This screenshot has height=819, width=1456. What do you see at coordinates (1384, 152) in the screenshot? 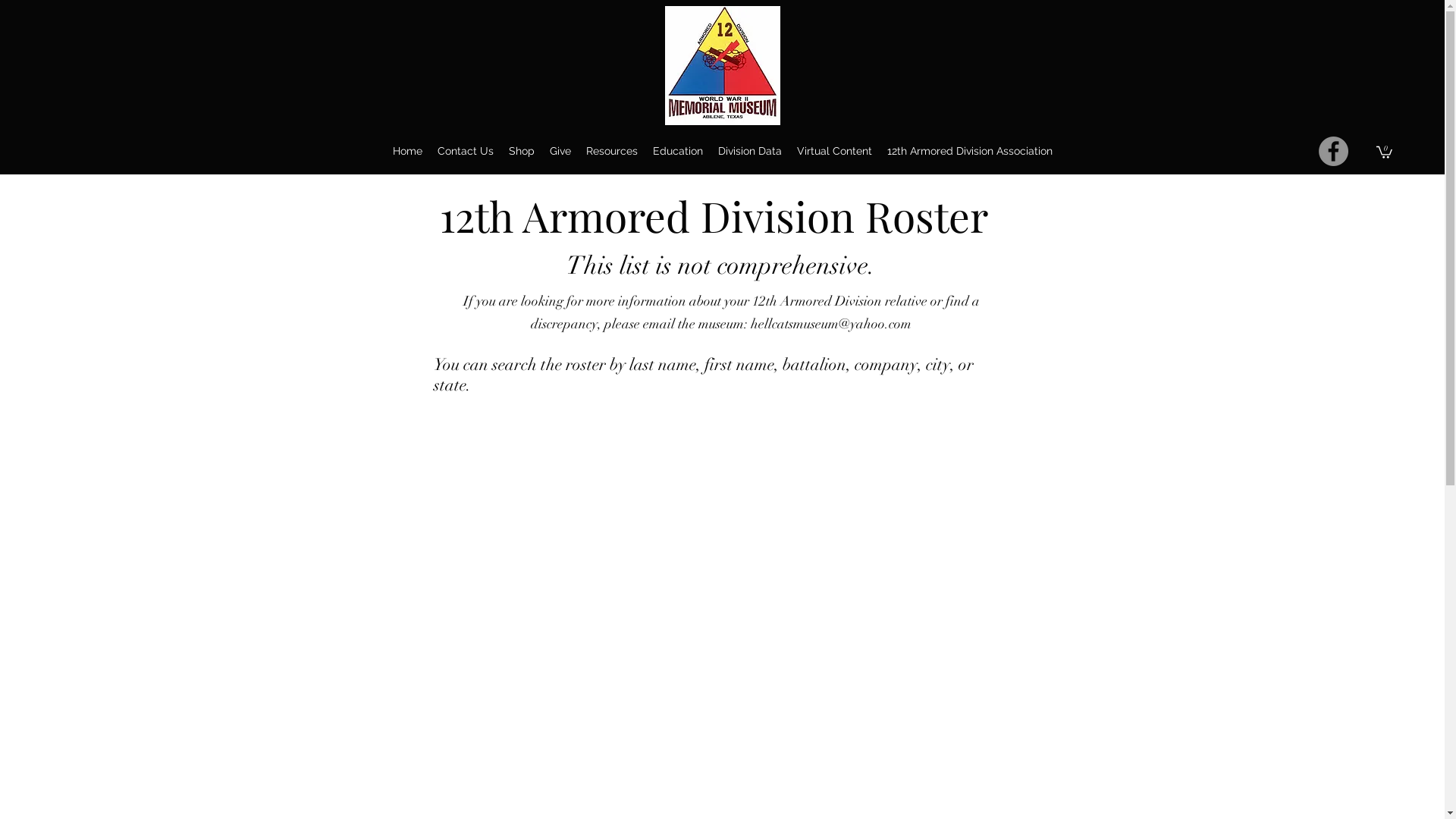
I see `'0'` at bounding box center [1384, 152].